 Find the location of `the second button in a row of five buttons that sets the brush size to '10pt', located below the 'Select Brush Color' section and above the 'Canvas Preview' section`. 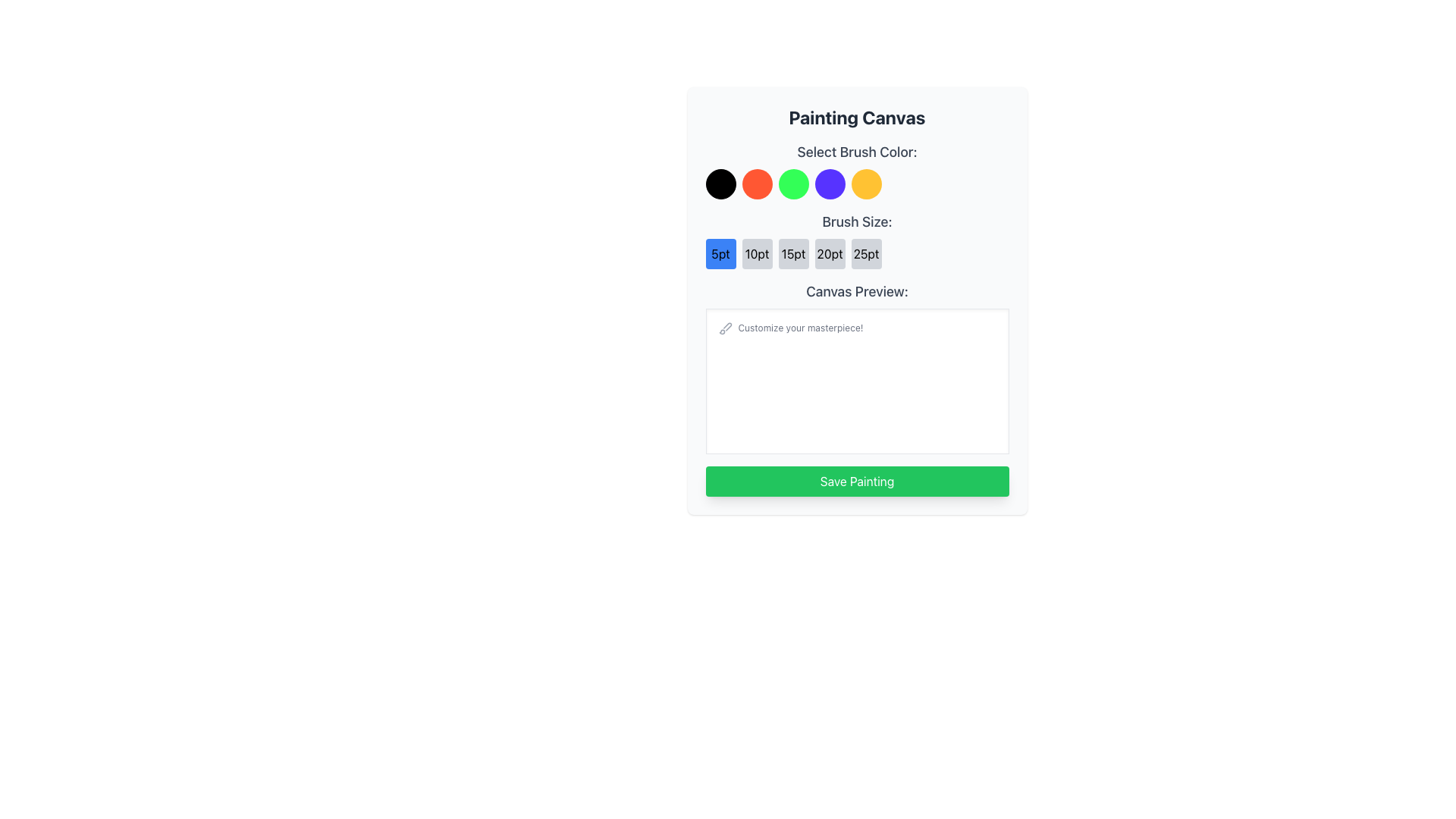

the second button in a row of five buttons that sets the brush size to '10pt', located below the 'Select Brush Color' section and above the 'Canvas Preview' section is located at coordinates (757, 253).